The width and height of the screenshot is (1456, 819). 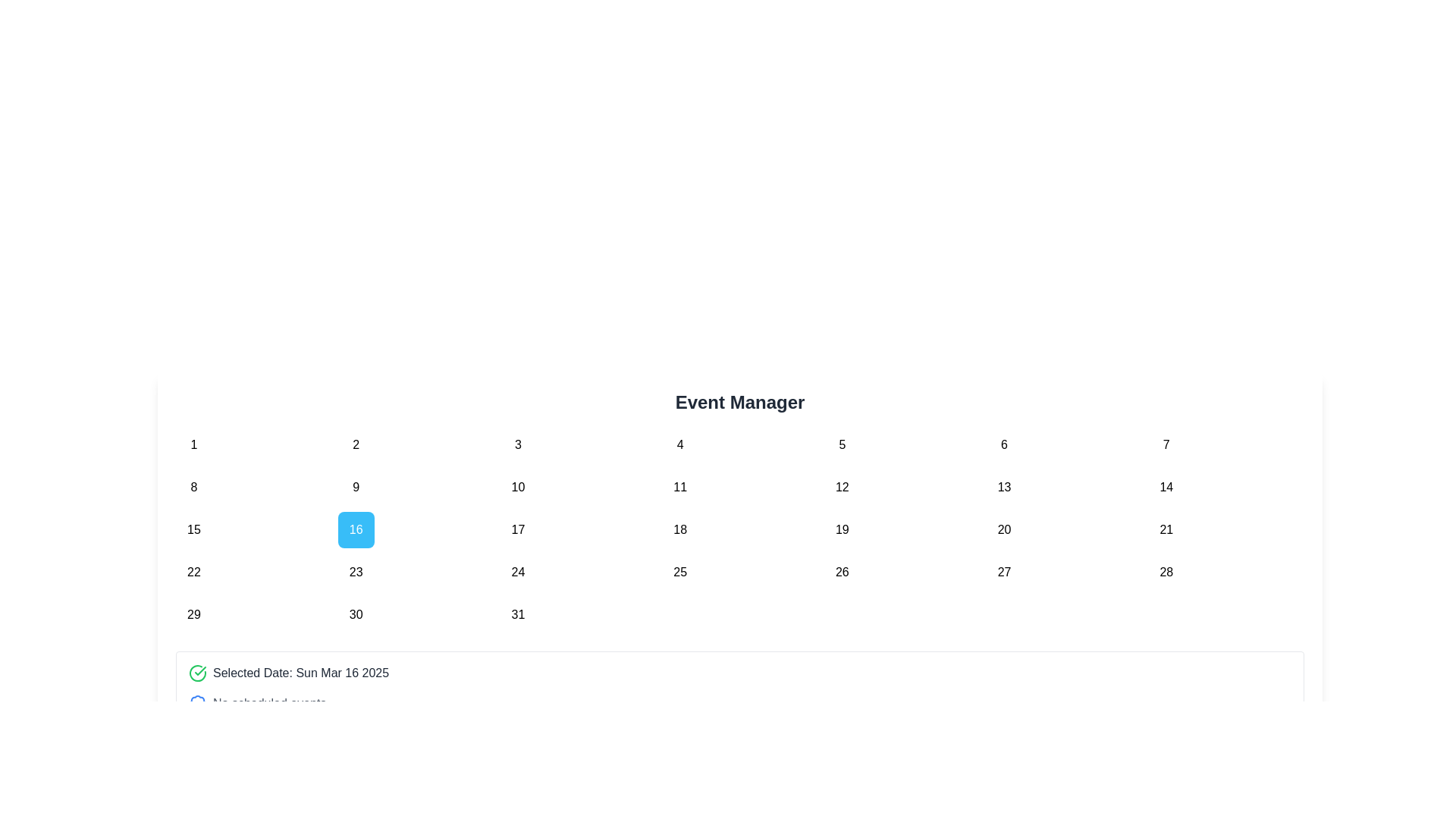 What do you see at coordinates (1166, 529) in the screenshot?
I see `the square button displaying '21' with a rounded border, located in the last column of the third row under 'Event Manager'` at bounding box center [1166, 529].